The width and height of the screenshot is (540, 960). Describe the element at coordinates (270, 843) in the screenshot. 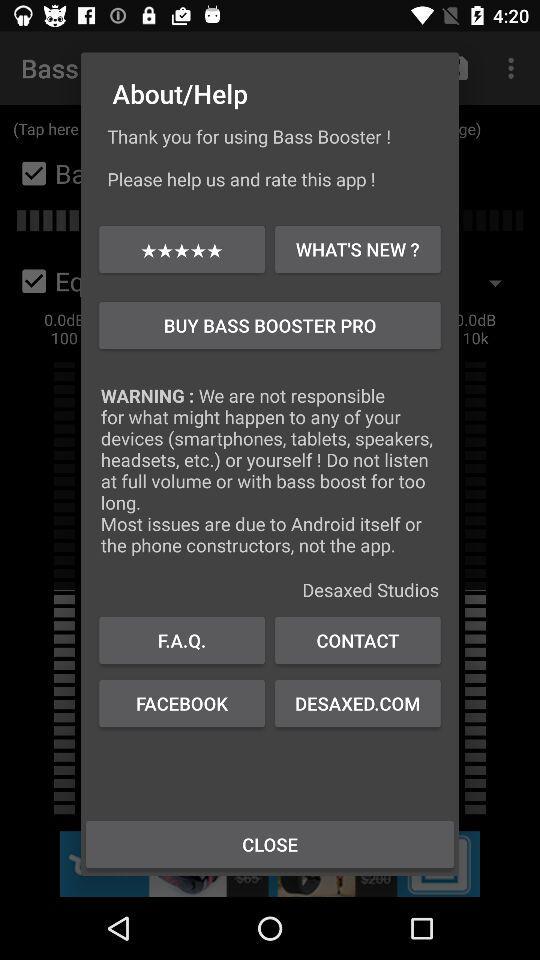

I see `close item` at that location.